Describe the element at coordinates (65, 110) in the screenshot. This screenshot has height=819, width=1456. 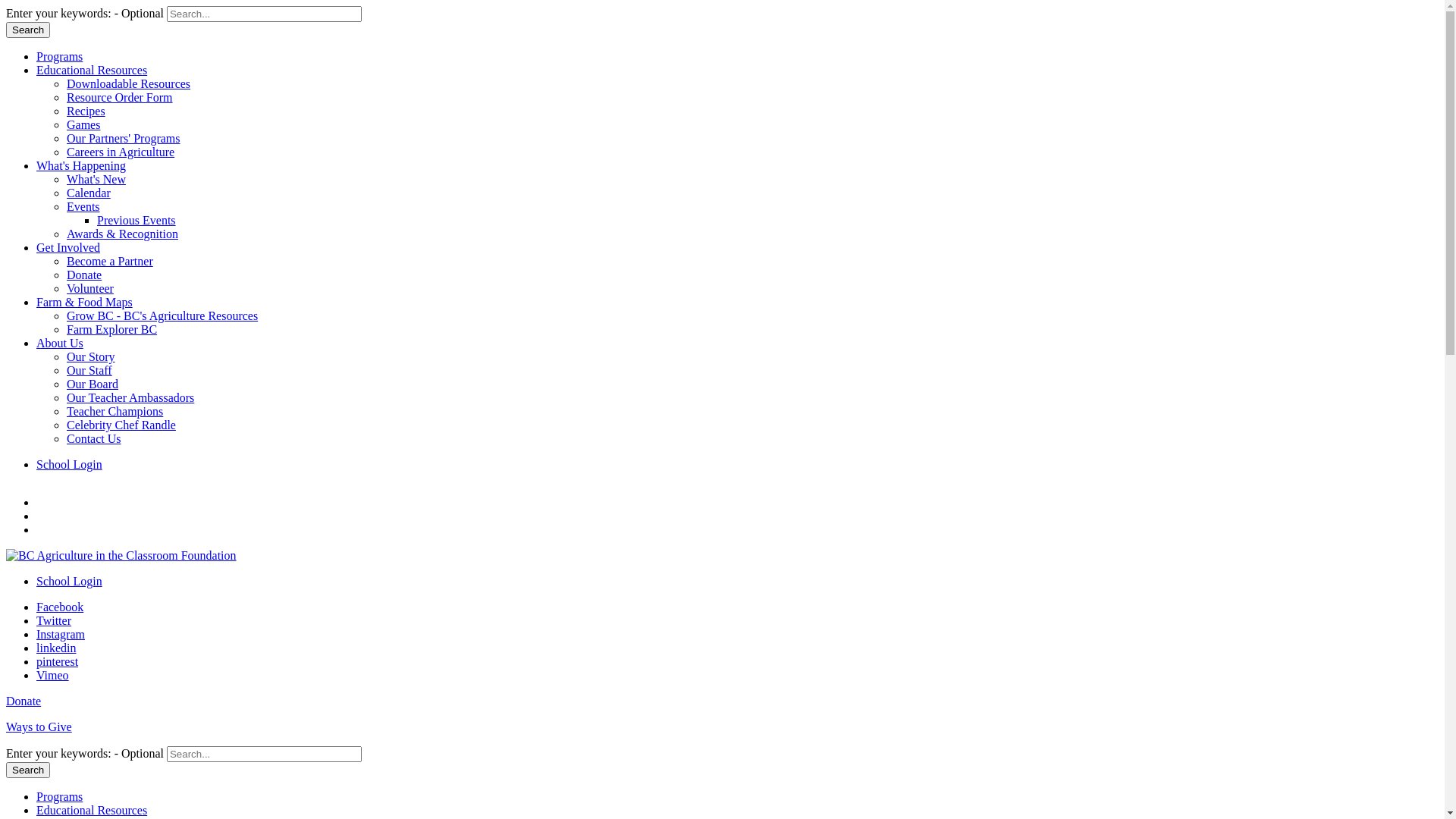
I see `'Recipes'` at that location.